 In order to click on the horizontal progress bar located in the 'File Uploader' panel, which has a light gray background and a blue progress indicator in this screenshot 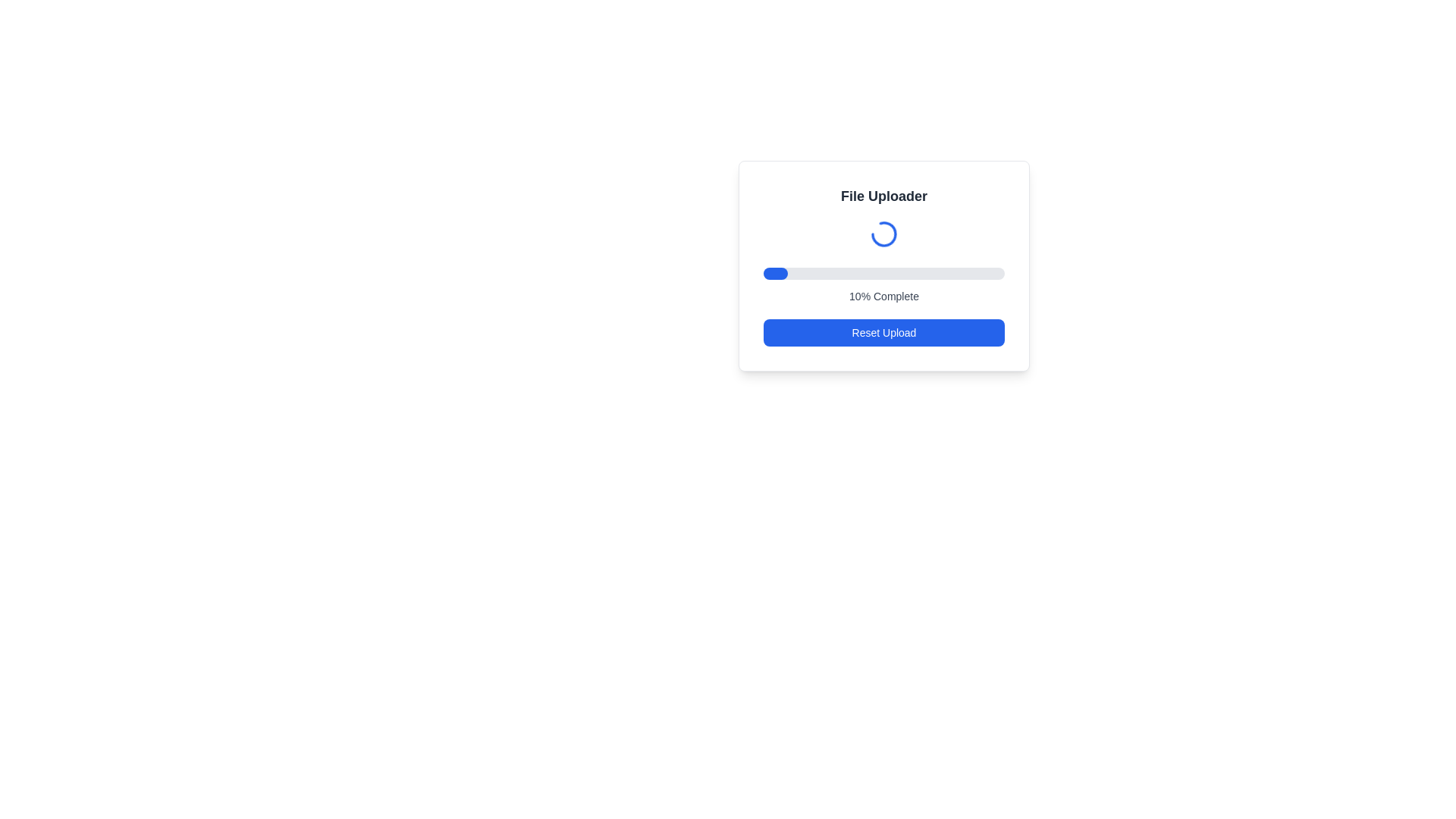, I will do `click(884, 274)`.